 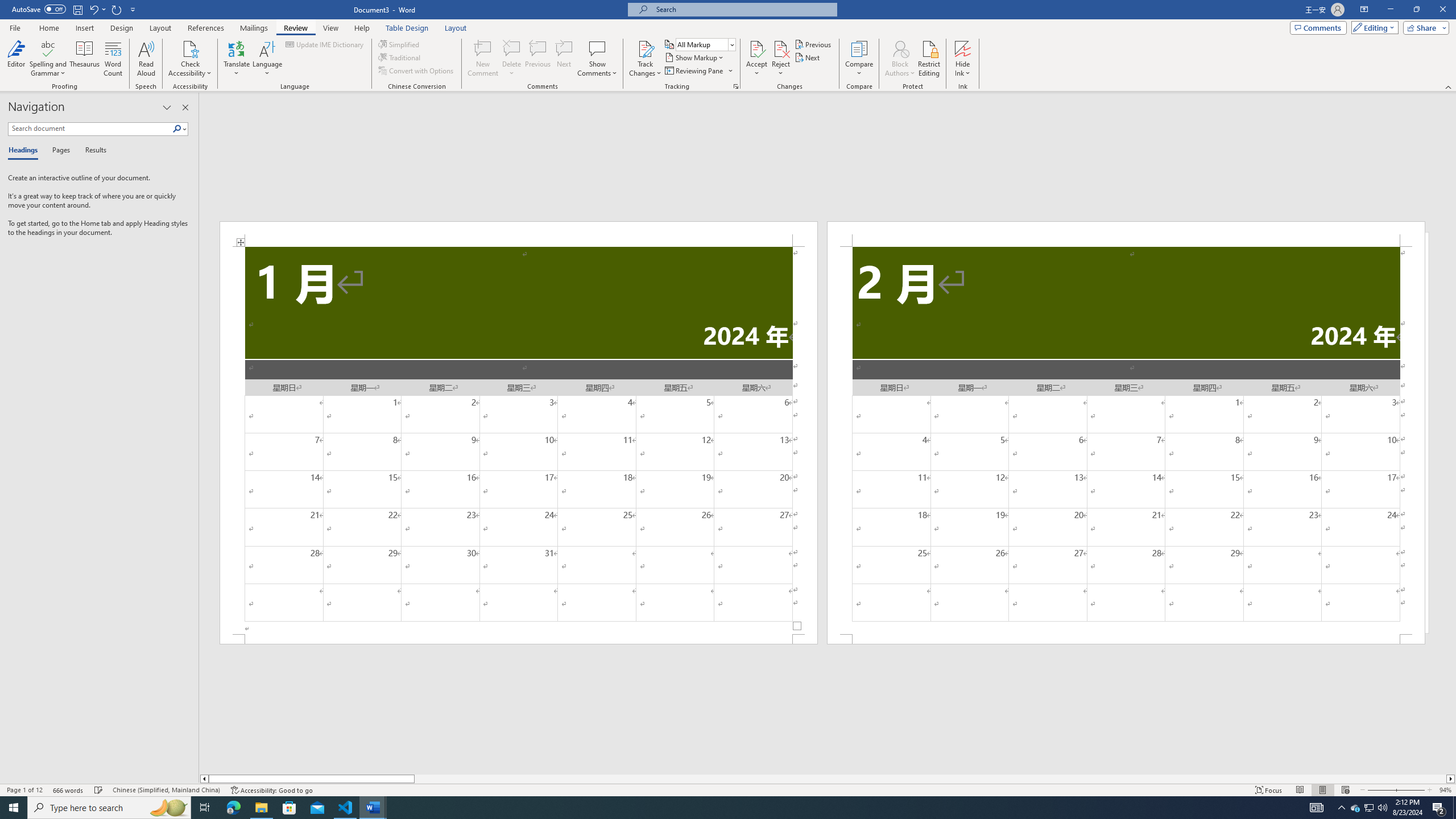 What do you see at coordinates (962, 59) in the screenshot?
I see `'Hide Ink'` at bounding box center [962, 59].